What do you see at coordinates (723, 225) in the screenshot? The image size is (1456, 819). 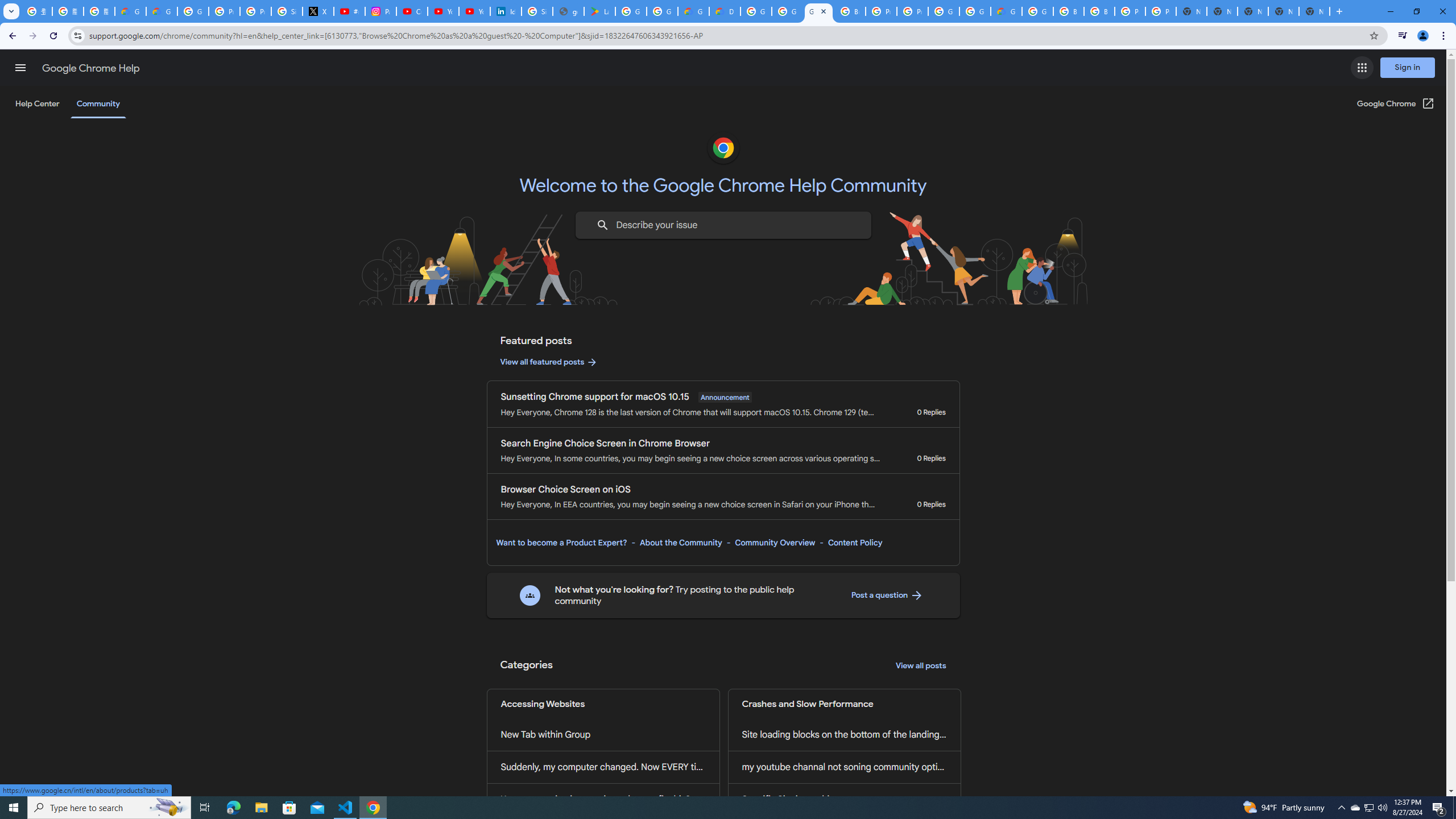 I see `'Describe your issue to find information that might help you.'` at bounding box center [723, 225].